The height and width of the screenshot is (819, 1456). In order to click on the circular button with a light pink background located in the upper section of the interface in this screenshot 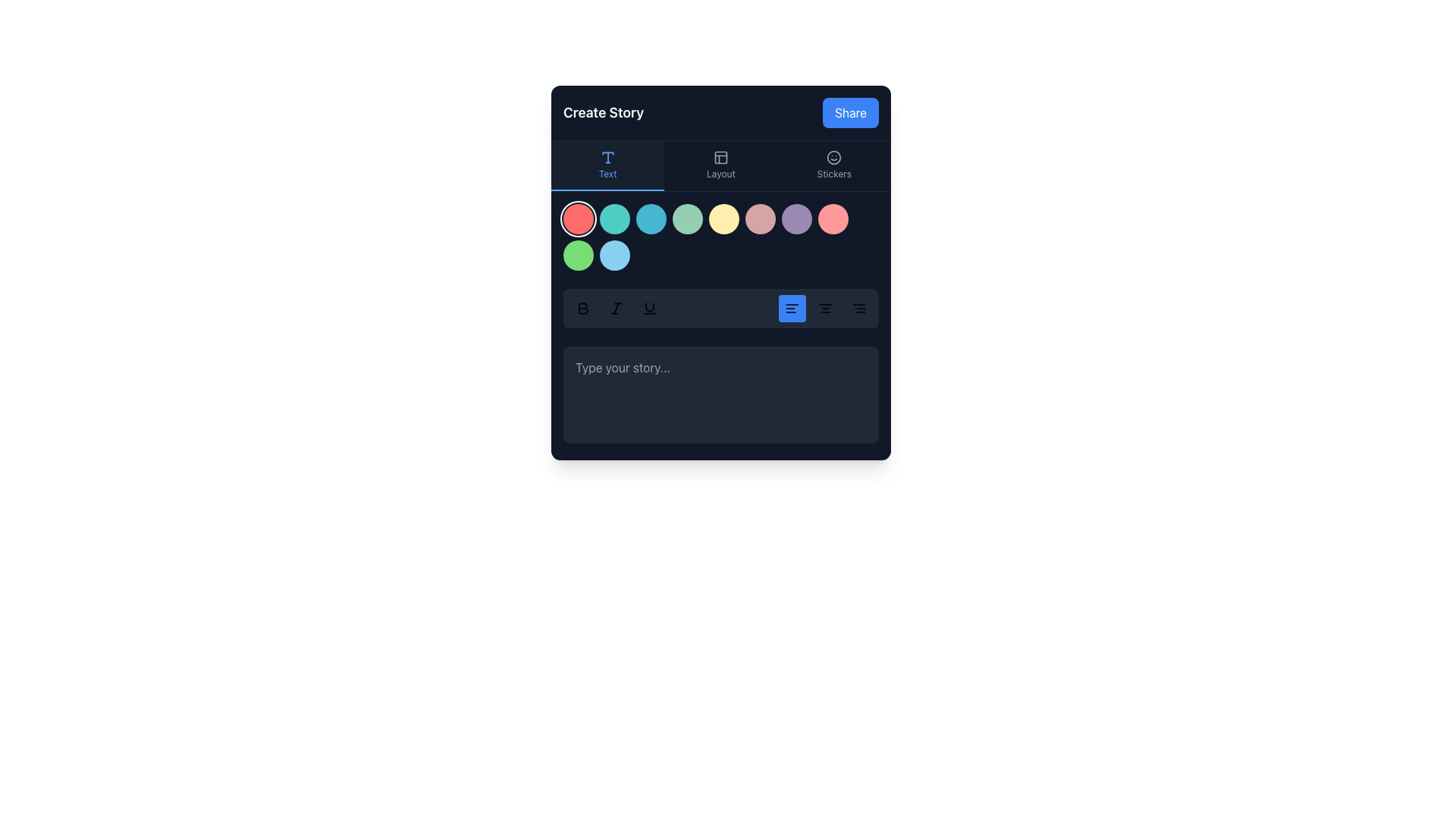, I will do `click(833, 219)`.